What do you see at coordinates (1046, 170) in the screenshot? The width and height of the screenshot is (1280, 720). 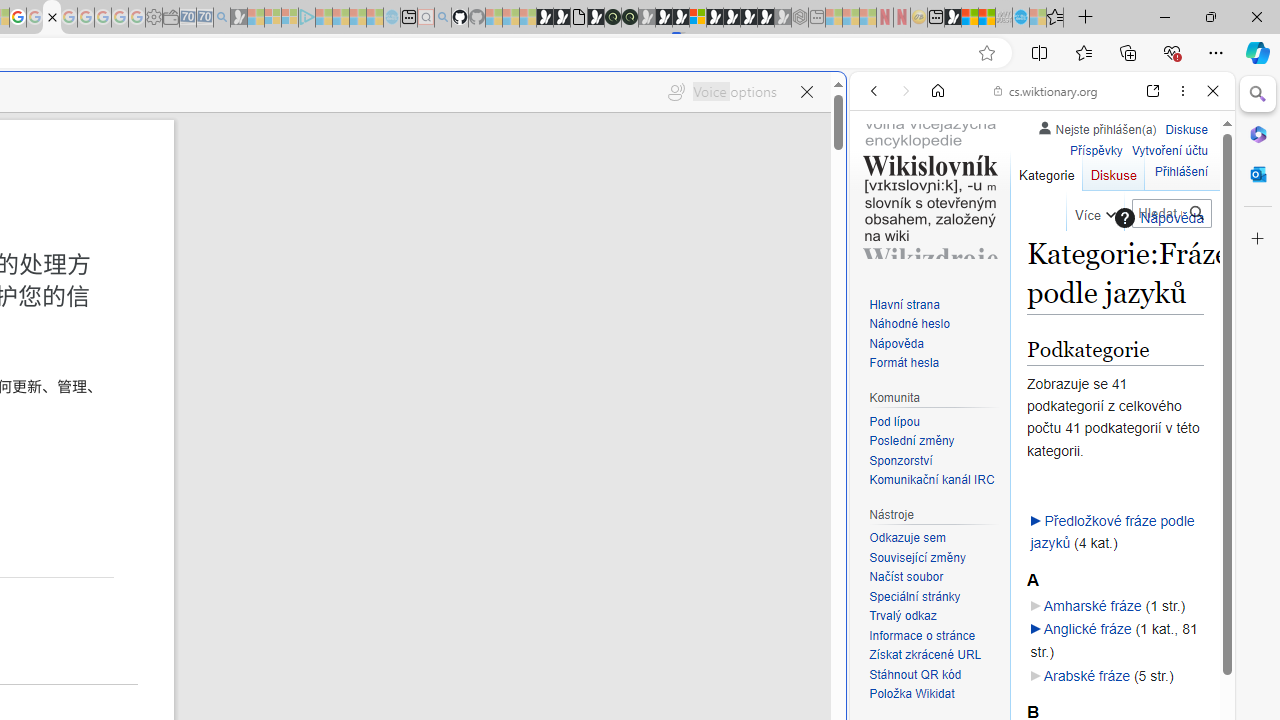 I see `'Kategorie'` at bounding box center [1046, 170].